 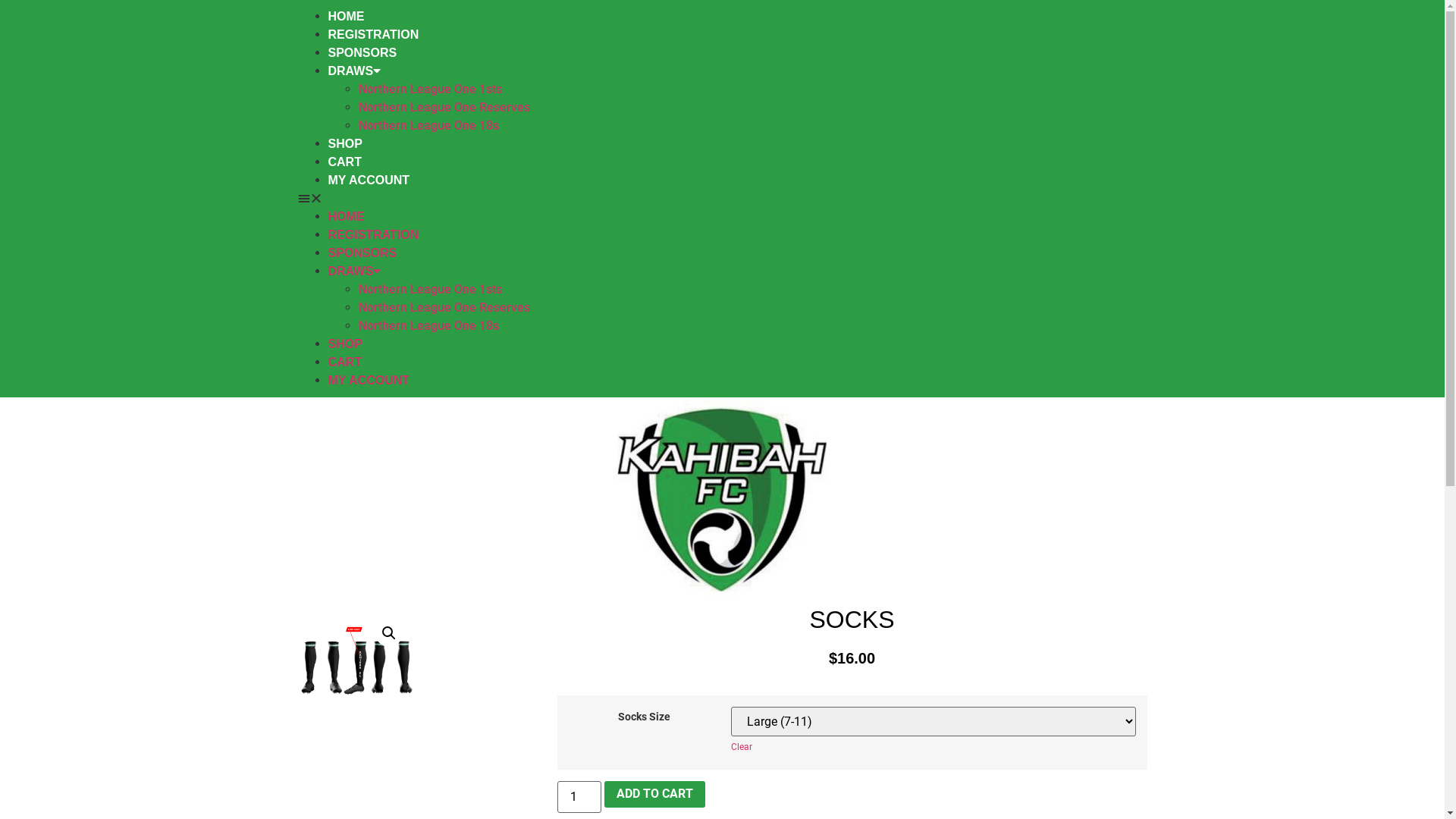 What do you see at coordinates (427, 325) in the screenshot?
I see `'Northern League One 18s'` at bounding box center [427, 325].